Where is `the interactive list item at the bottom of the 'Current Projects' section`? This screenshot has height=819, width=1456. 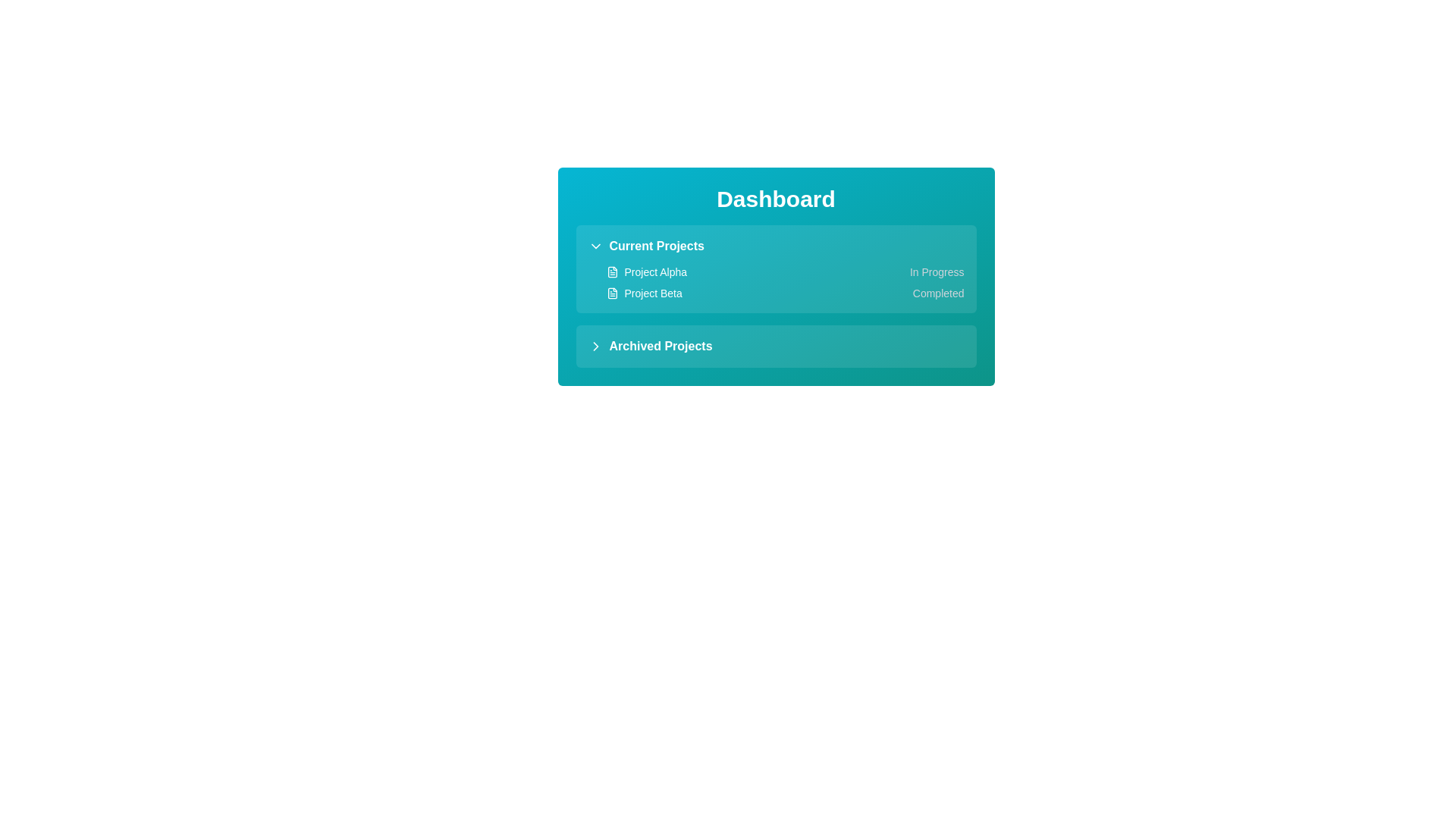 the interactive list item at the bottom of the 'Current Projects' section is located at coordinates (776, 346).